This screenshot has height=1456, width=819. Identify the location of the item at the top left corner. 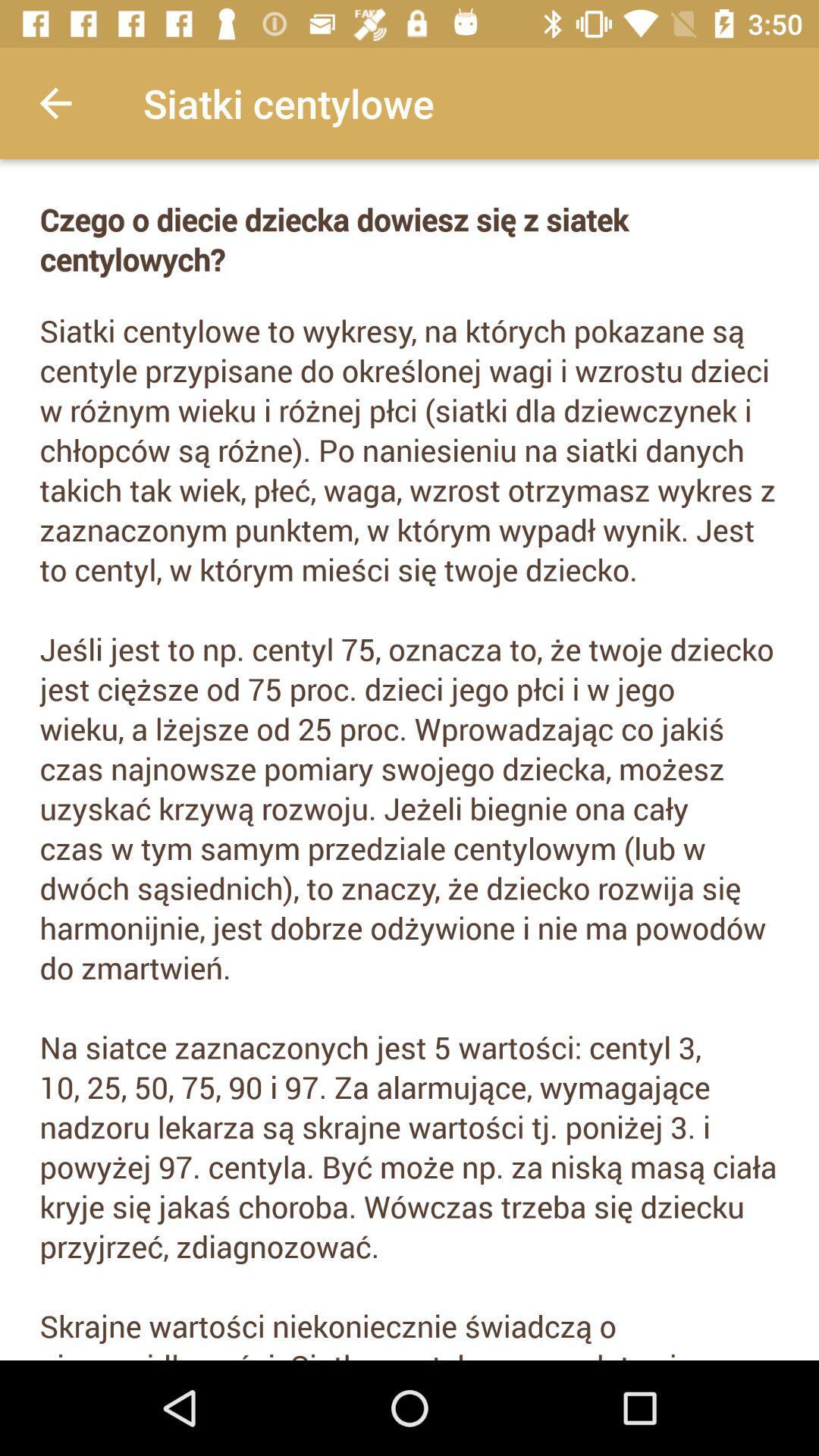
(55, 102).